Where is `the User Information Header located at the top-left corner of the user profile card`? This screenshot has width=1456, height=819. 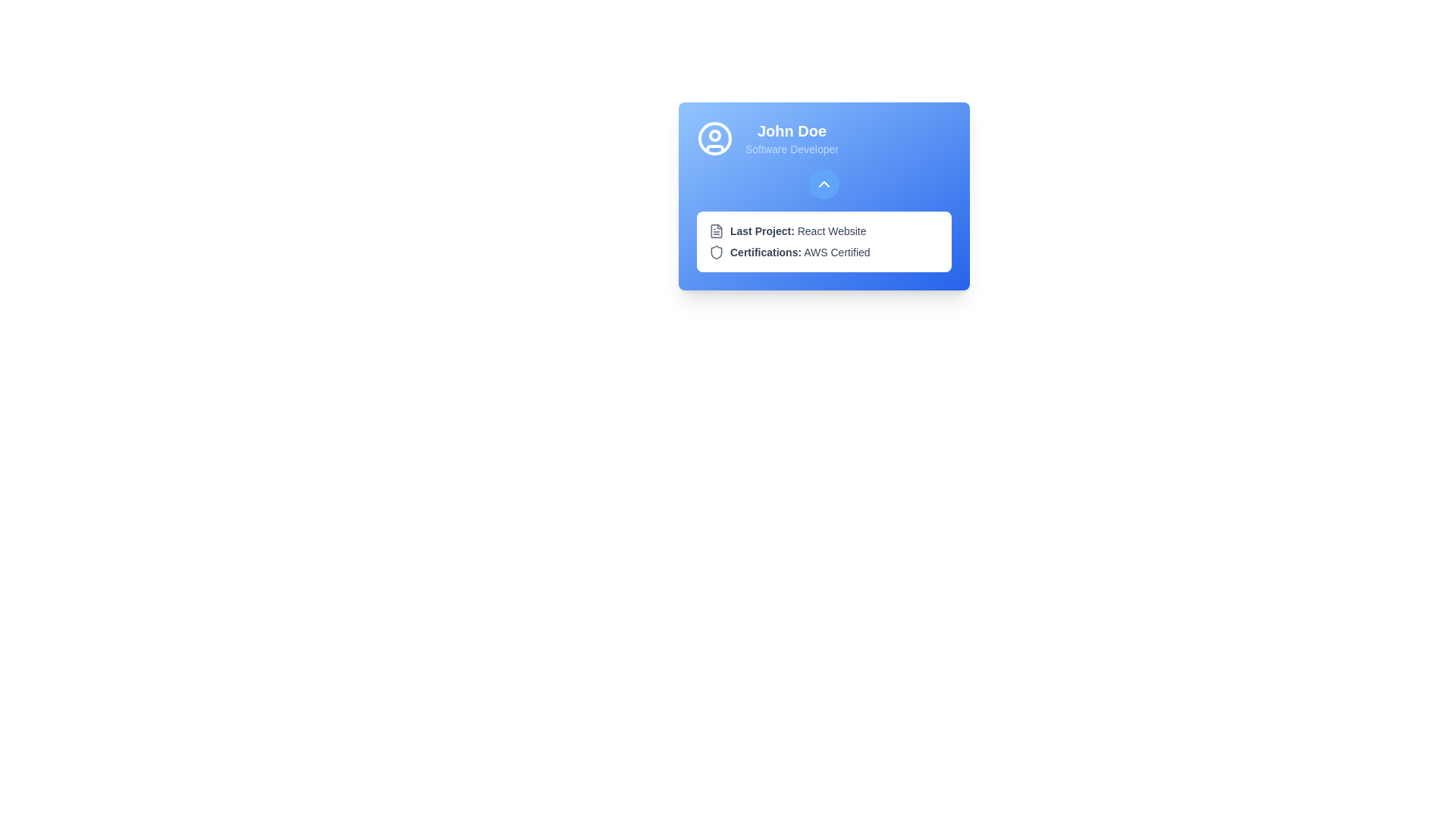
the User Information Header located at the top-left corner of the user profile card is located at coordinates (823, 138).